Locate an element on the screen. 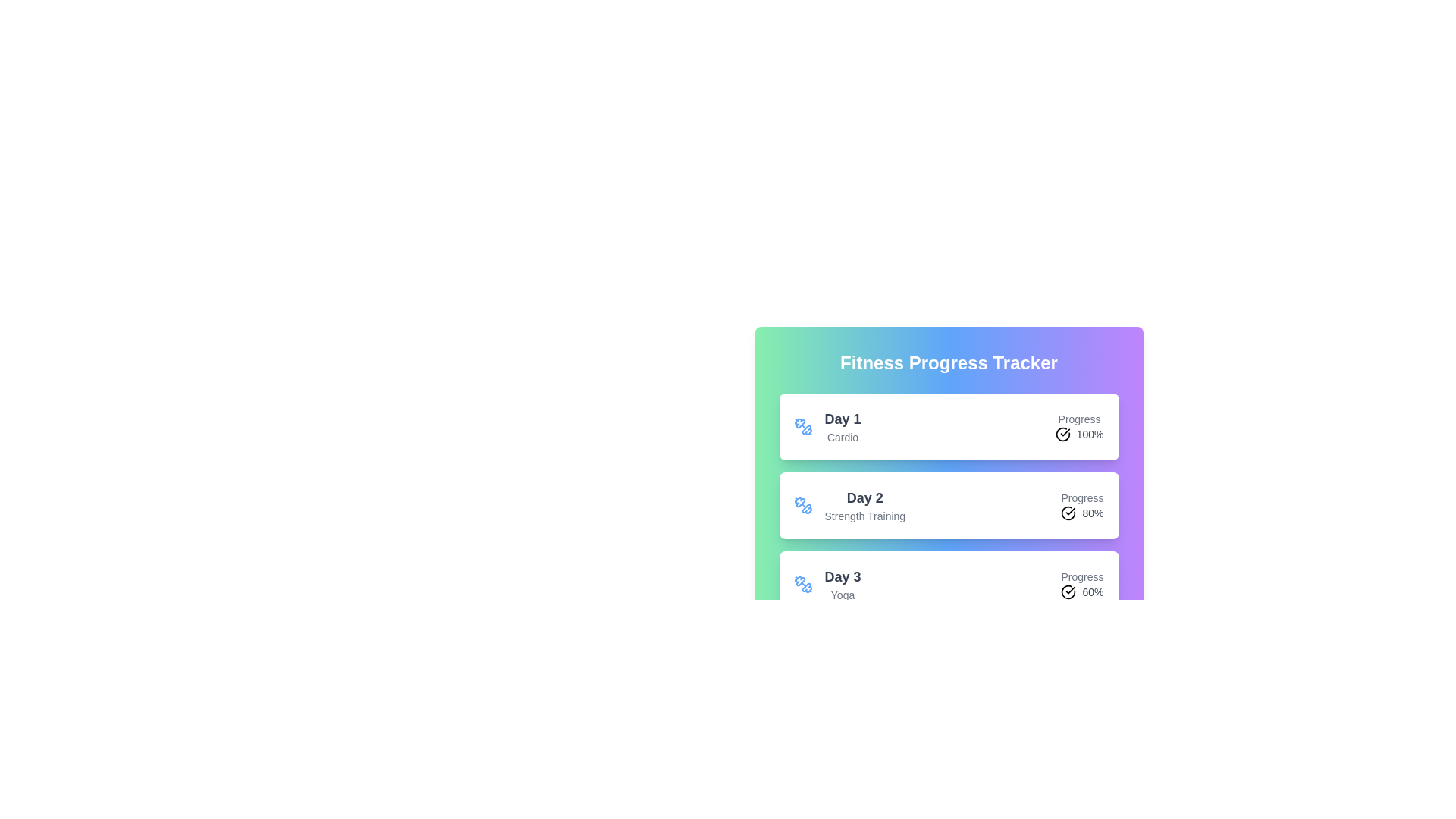 Image resolution: width=1456 pixels, height=819 pixels. the workout item for Day 1 is located at coordinates (948, 427).